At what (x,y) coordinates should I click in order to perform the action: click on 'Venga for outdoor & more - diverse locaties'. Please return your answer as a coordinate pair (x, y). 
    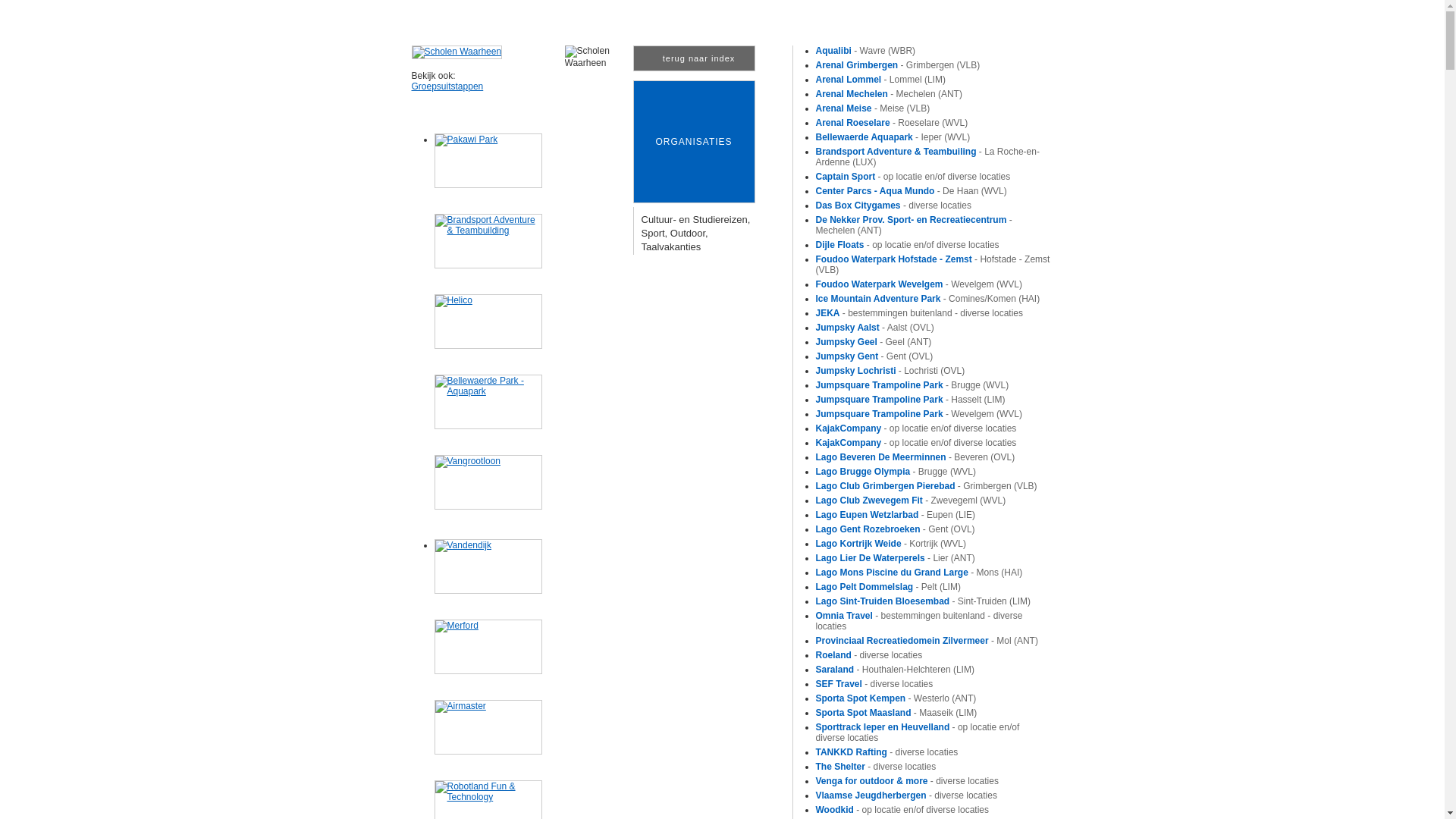
    Looking at the image, I should click on (907, 780).